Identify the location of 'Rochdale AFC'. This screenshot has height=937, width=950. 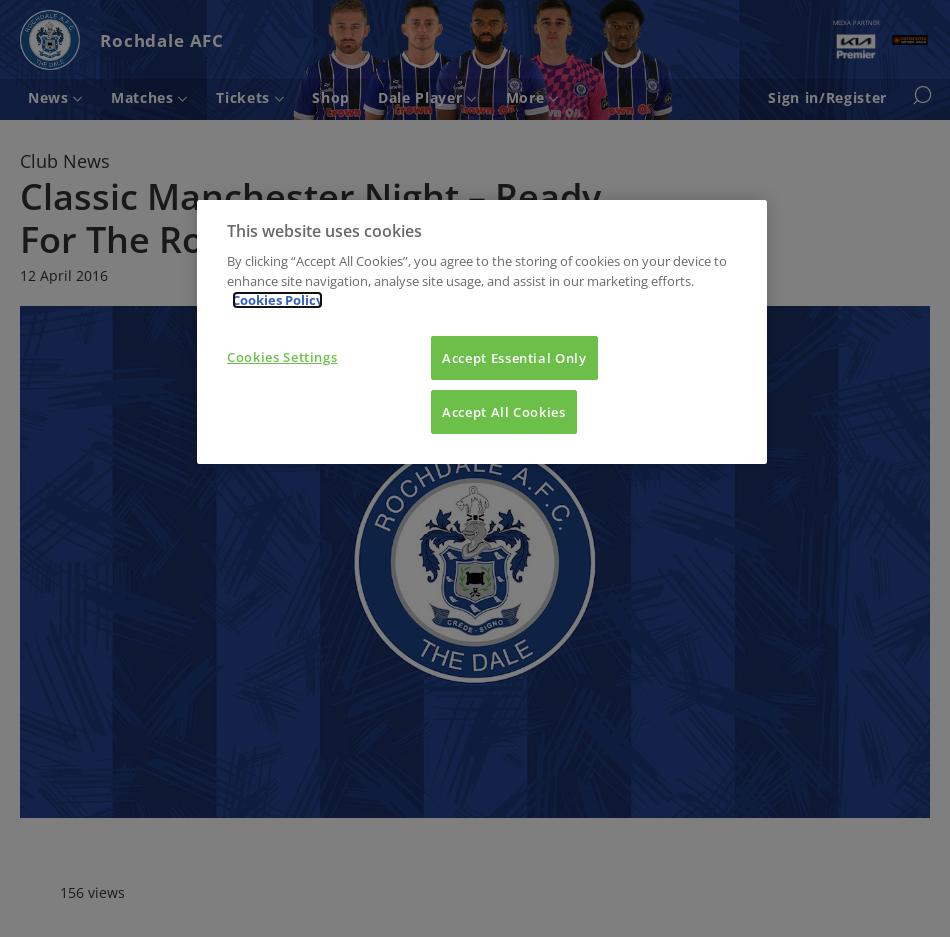
(161, 39).